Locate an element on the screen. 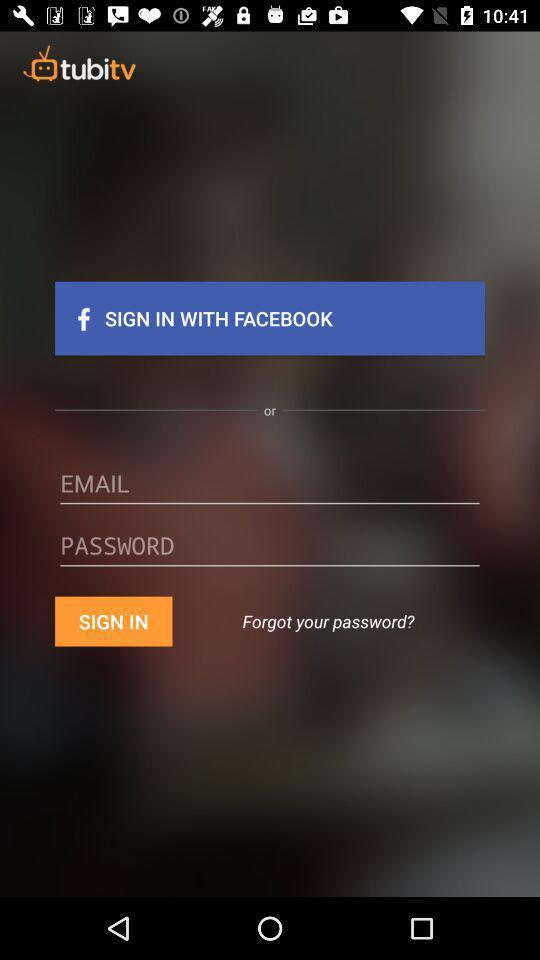  icon to the right of the sign in is located at coordinates (328, 620).